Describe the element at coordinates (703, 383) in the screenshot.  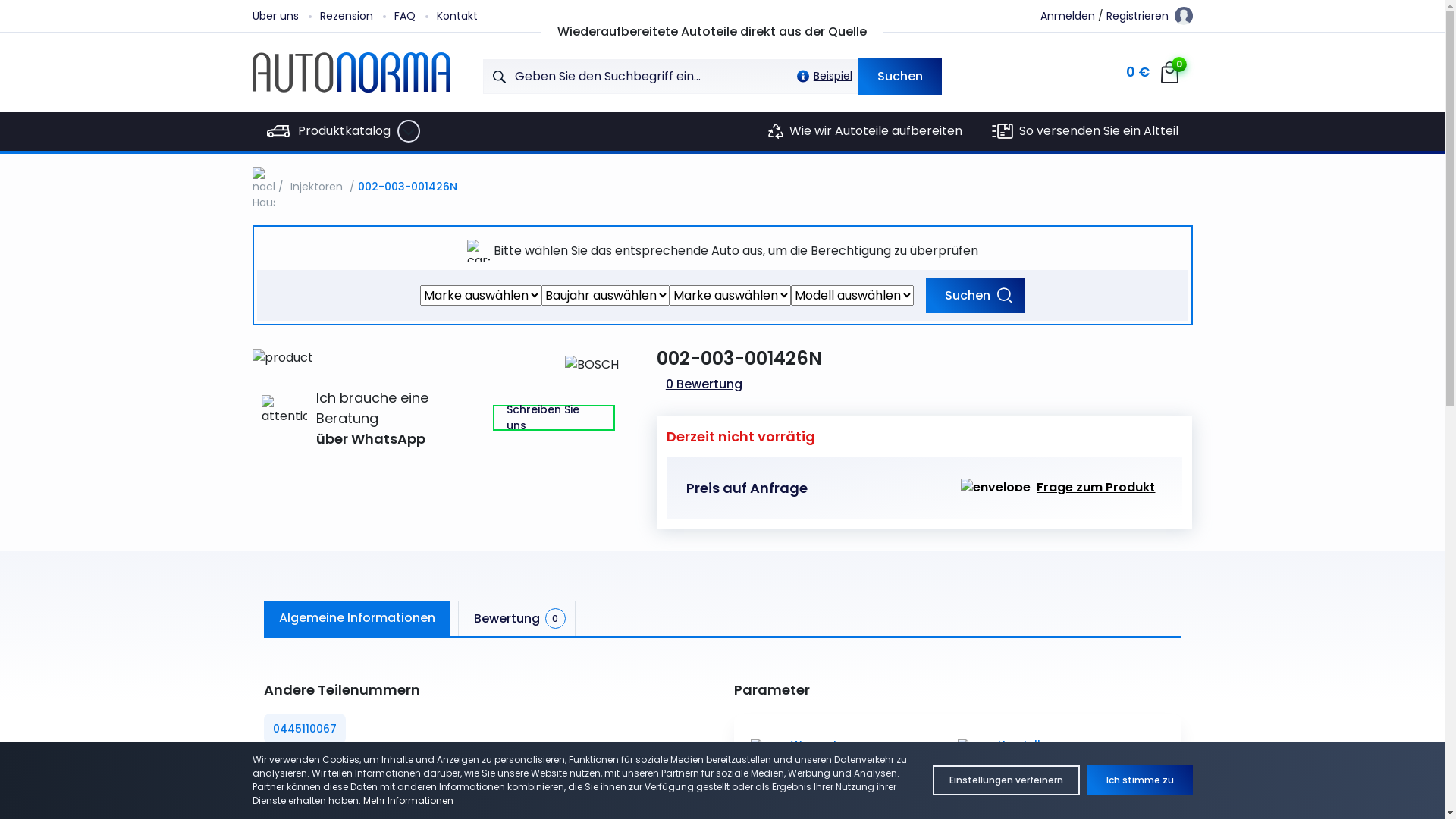
I see `'0 Bewertung'` at that location.